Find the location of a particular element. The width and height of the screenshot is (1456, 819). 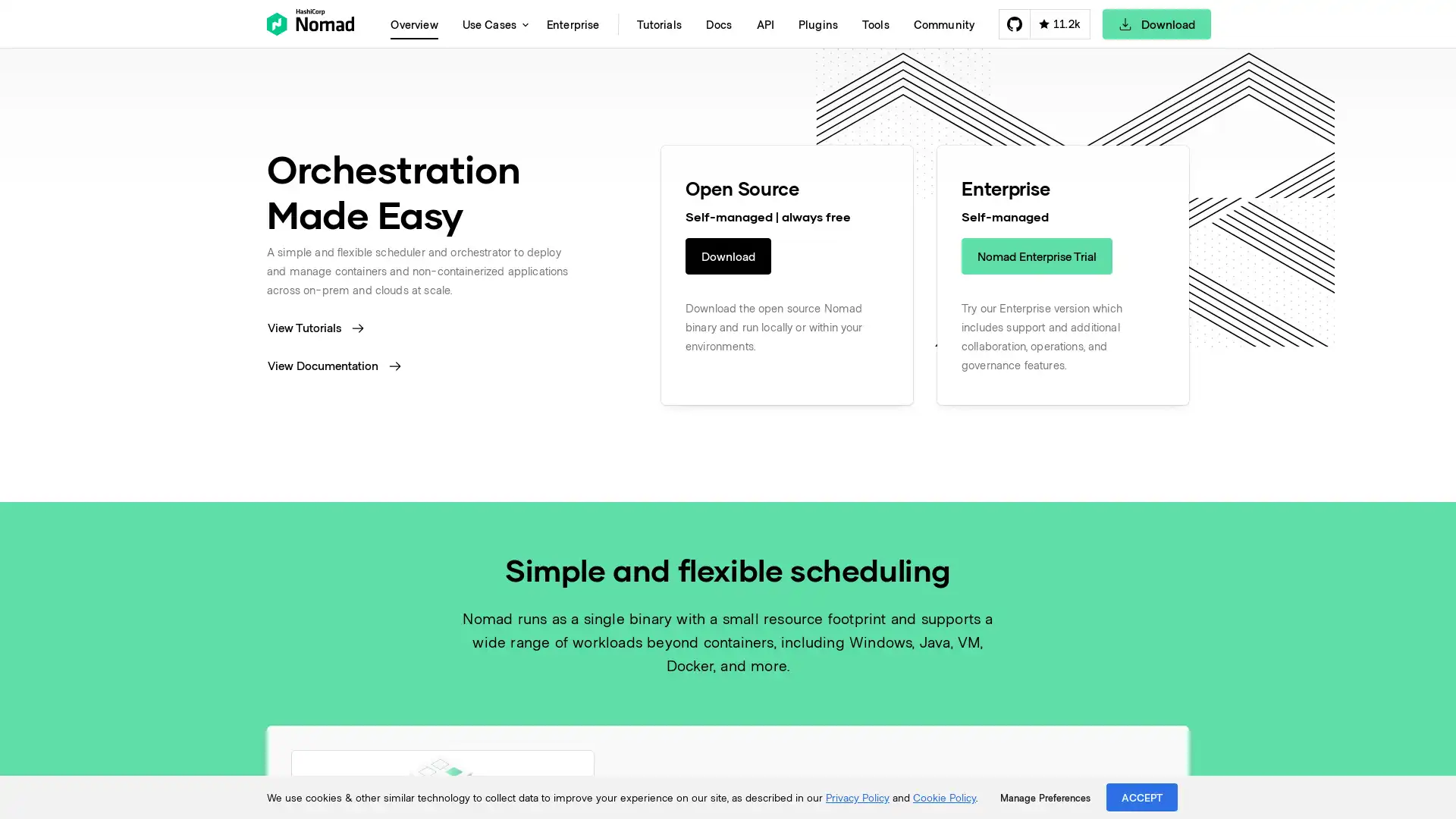

Use Cases is located at coordinates (491, 24).